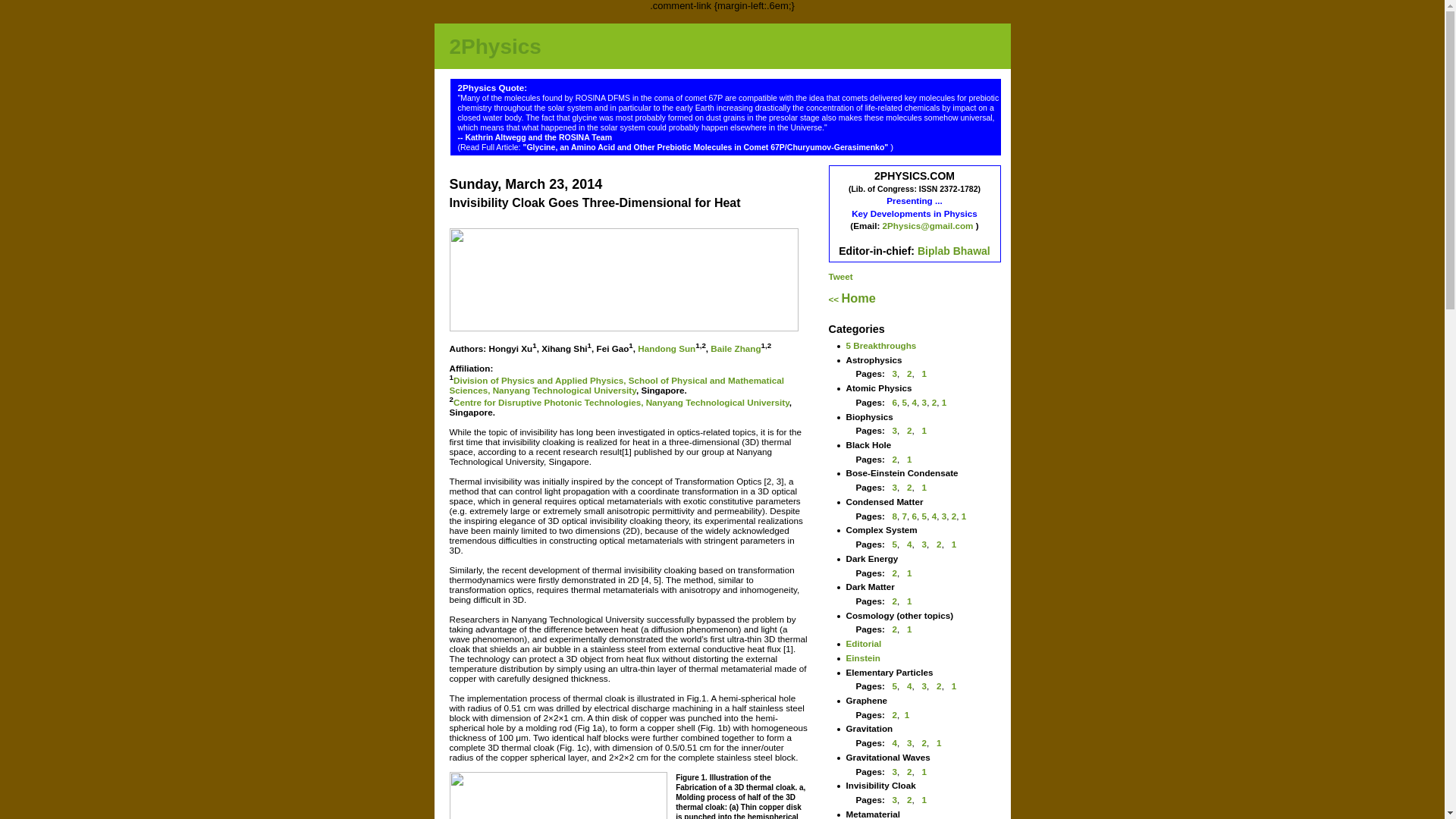 This screenshot has height=819, width=1456. What do you see at coordinates (924, 515) in the screenshot?
I see `'5'` at bounding box center [924, 515].